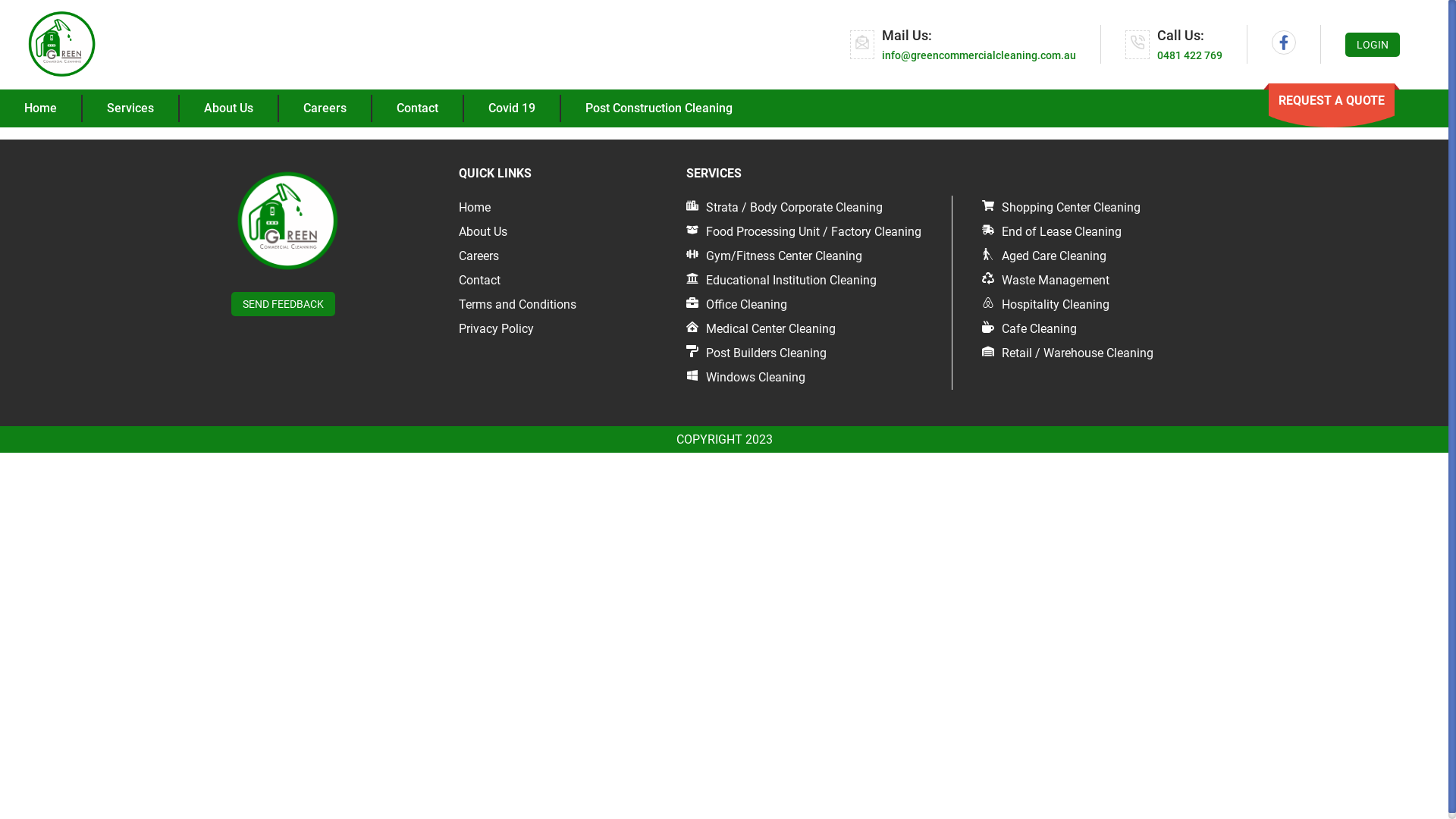  What do you see at coordinates (756, 353) in the screenshot?
I see `'Post Builders Cleaning'` at bounding box center [756, 353].